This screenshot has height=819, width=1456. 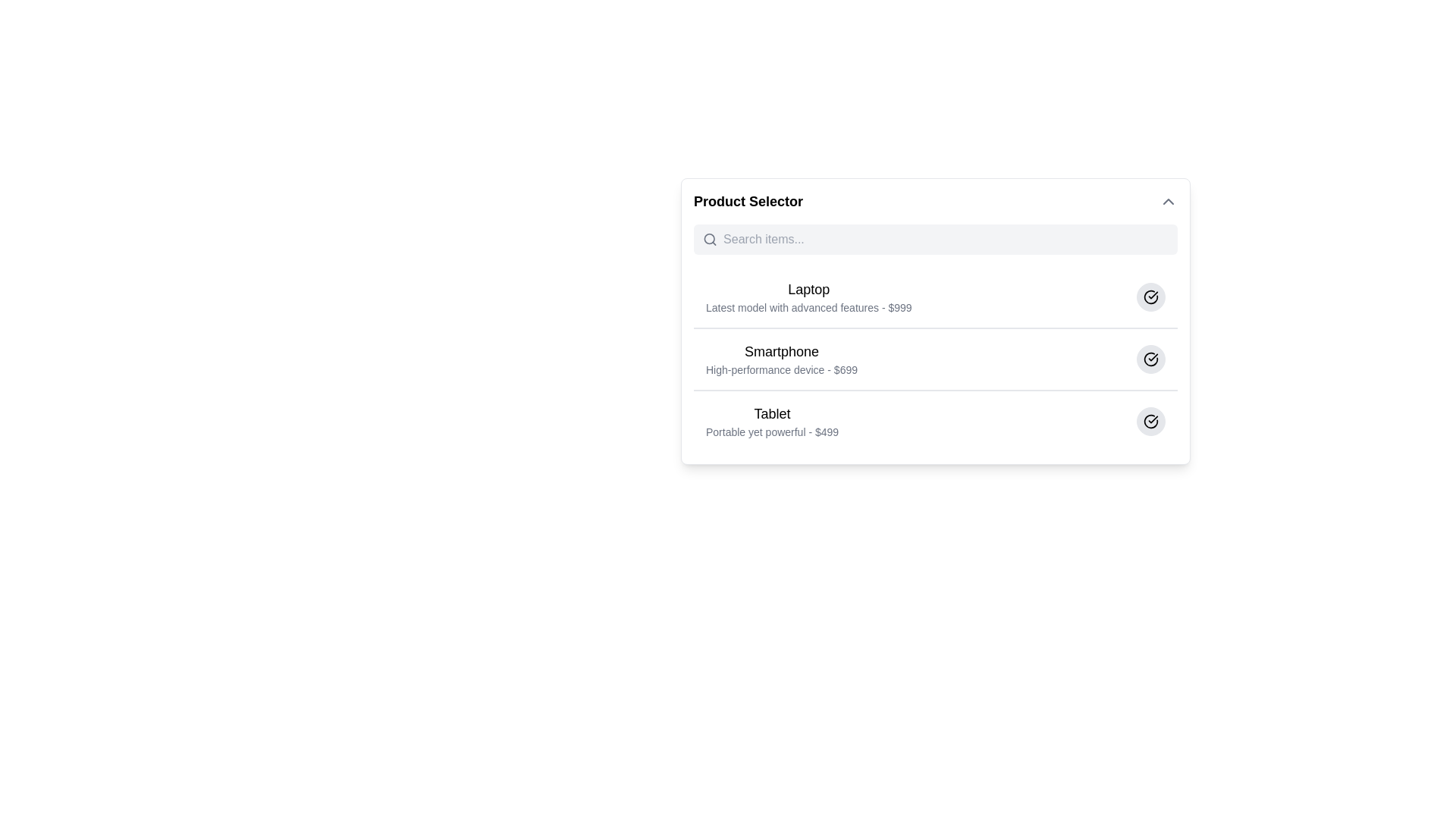 I want to click on the first product entry in the product selector list, which represents the 'Laptop' item, so click(x=934, y=297).